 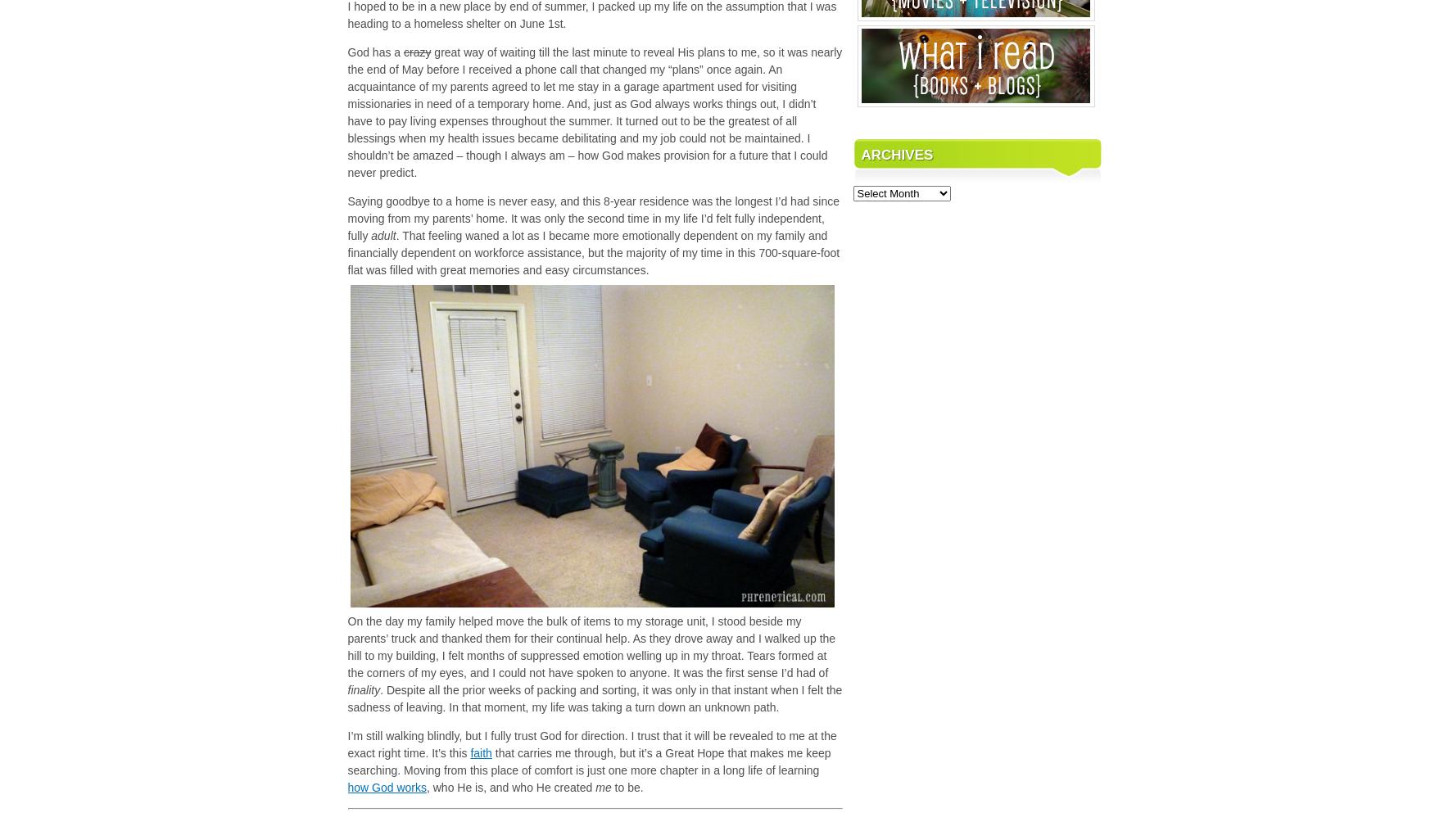 What do you see at coordinates (363, 689) in the screenshot?
I see `'finality'` at bounding box center [363, 689].